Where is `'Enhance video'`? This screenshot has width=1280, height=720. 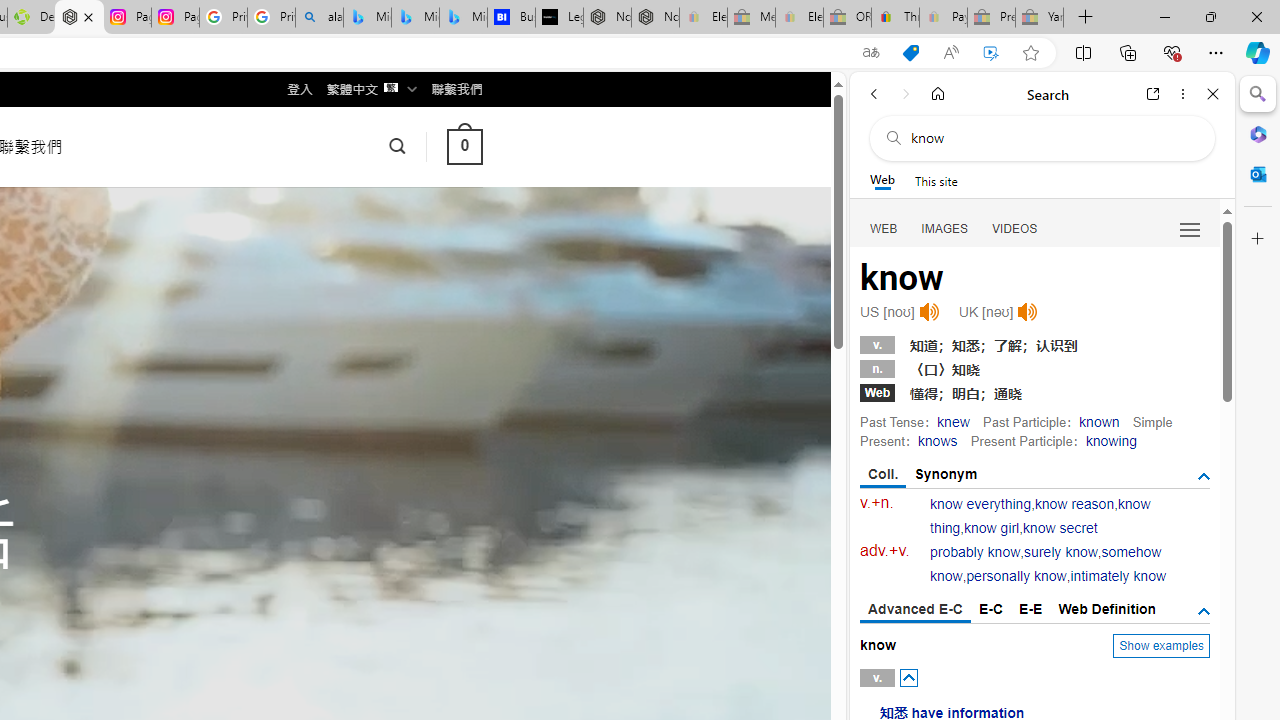 'Enhance video' is located at coordinates (991, 52).